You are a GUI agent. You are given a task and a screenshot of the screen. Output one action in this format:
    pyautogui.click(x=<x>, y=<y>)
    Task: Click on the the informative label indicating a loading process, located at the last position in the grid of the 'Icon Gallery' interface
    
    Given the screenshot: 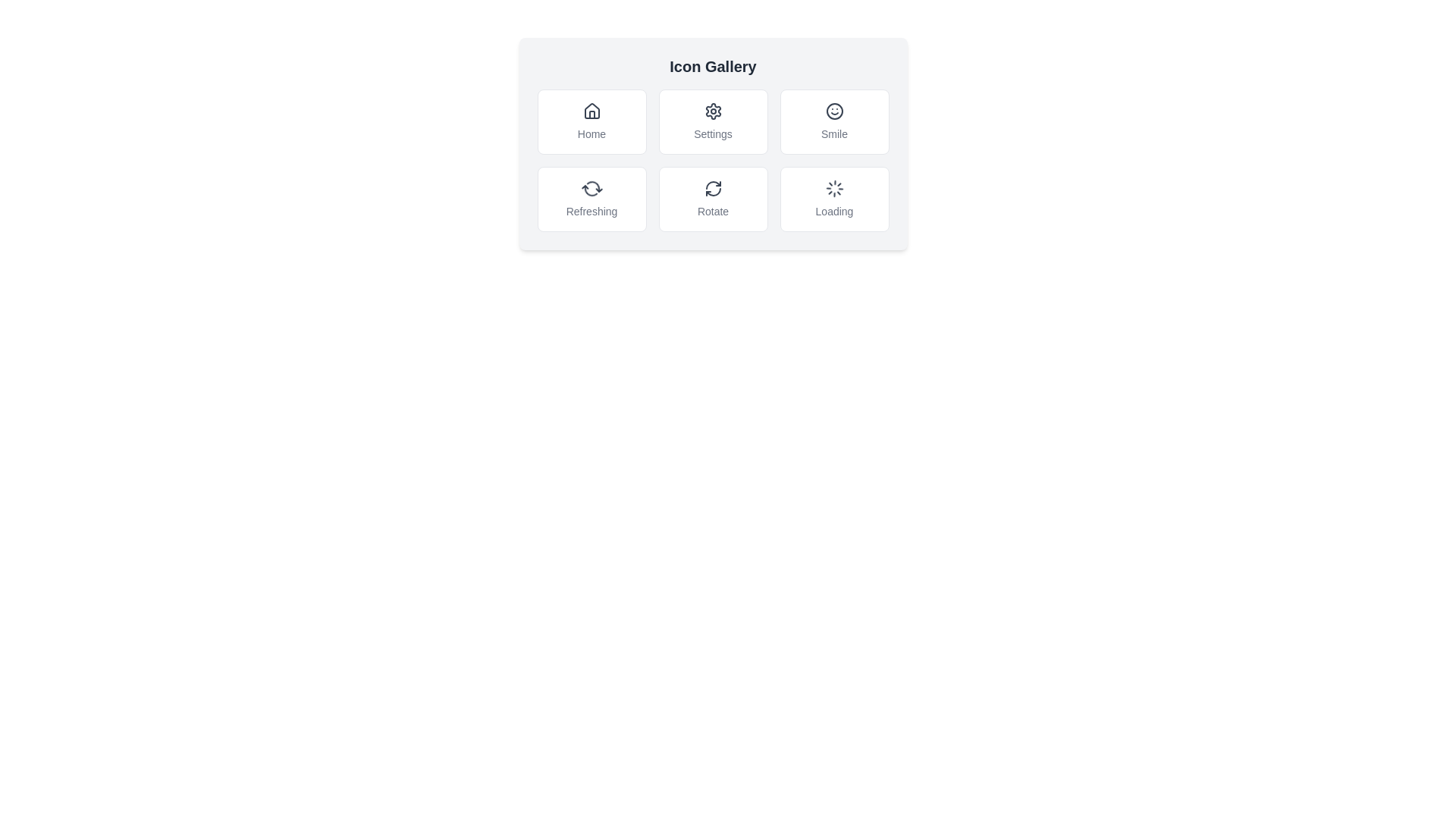 What is the action you would take?
    pyautogui.click(x=833, y=211)
    